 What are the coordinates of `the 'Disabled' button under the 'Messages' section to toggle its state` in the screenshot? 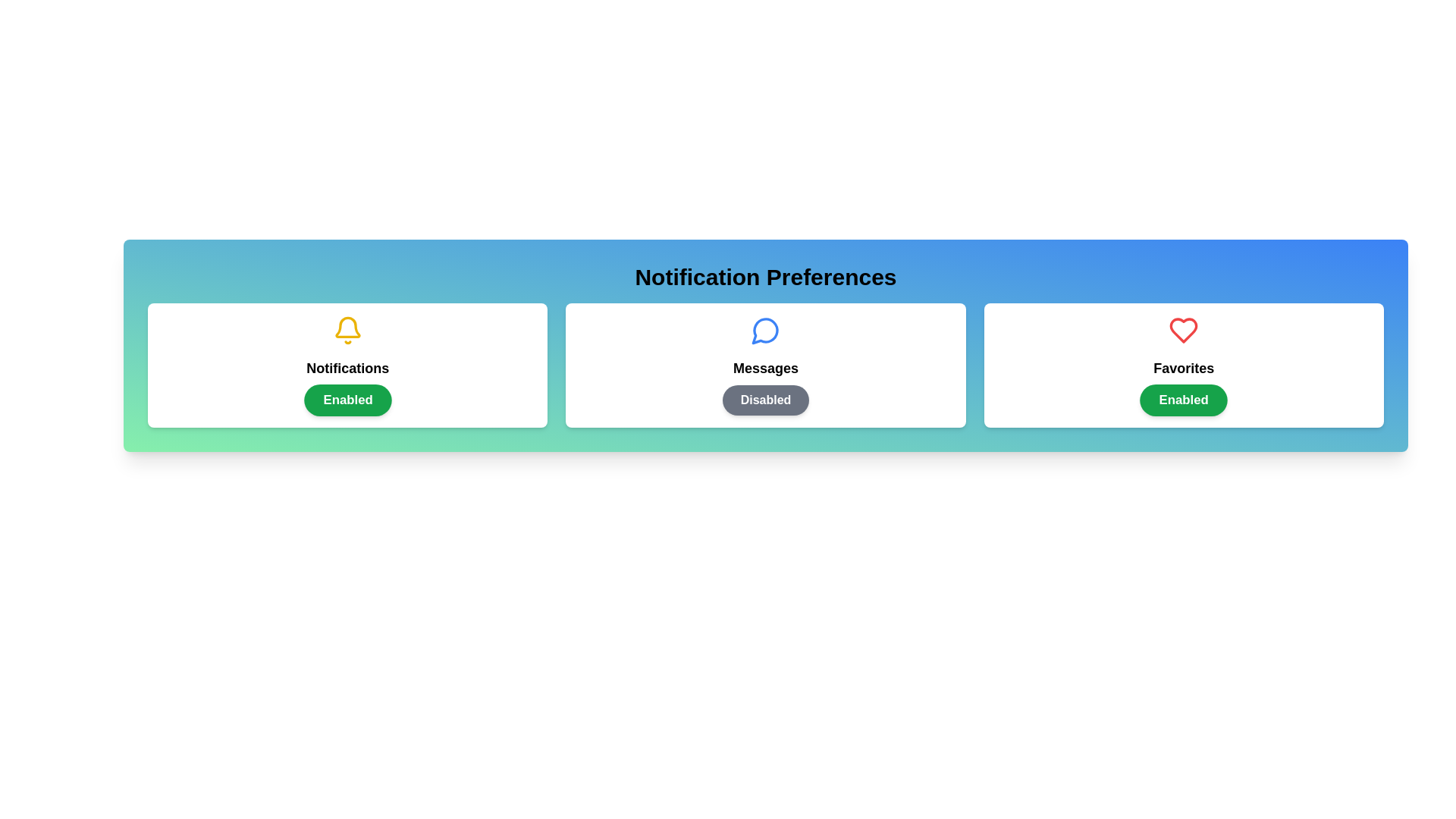 It's located at (765, 400).